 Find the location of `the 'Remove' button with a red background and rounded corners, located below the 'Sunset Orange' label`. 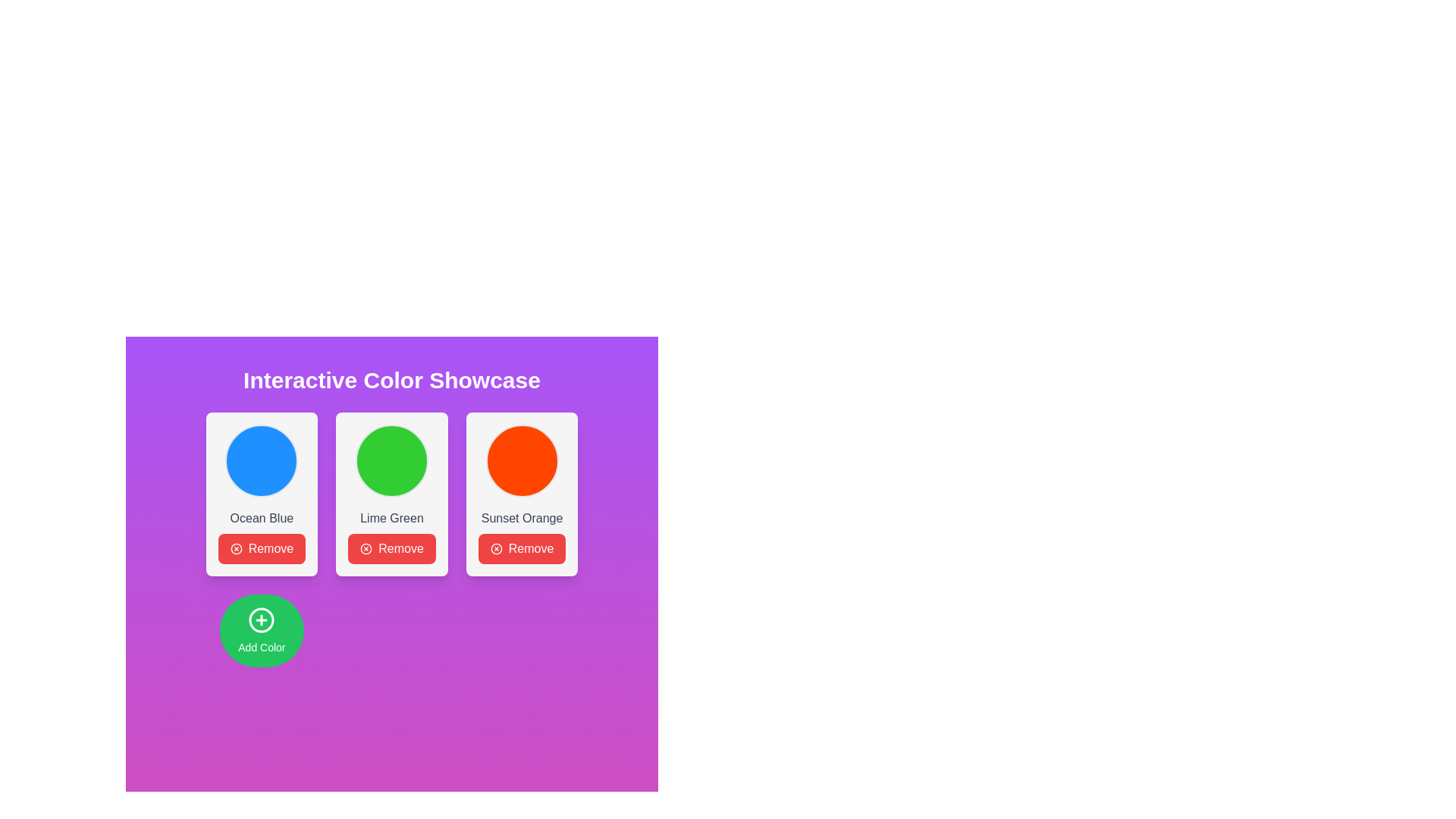

the 'Remove' button with a red background and rounded corners, located below the 'Sunset Orange' label is located at coordinates (522, 549).